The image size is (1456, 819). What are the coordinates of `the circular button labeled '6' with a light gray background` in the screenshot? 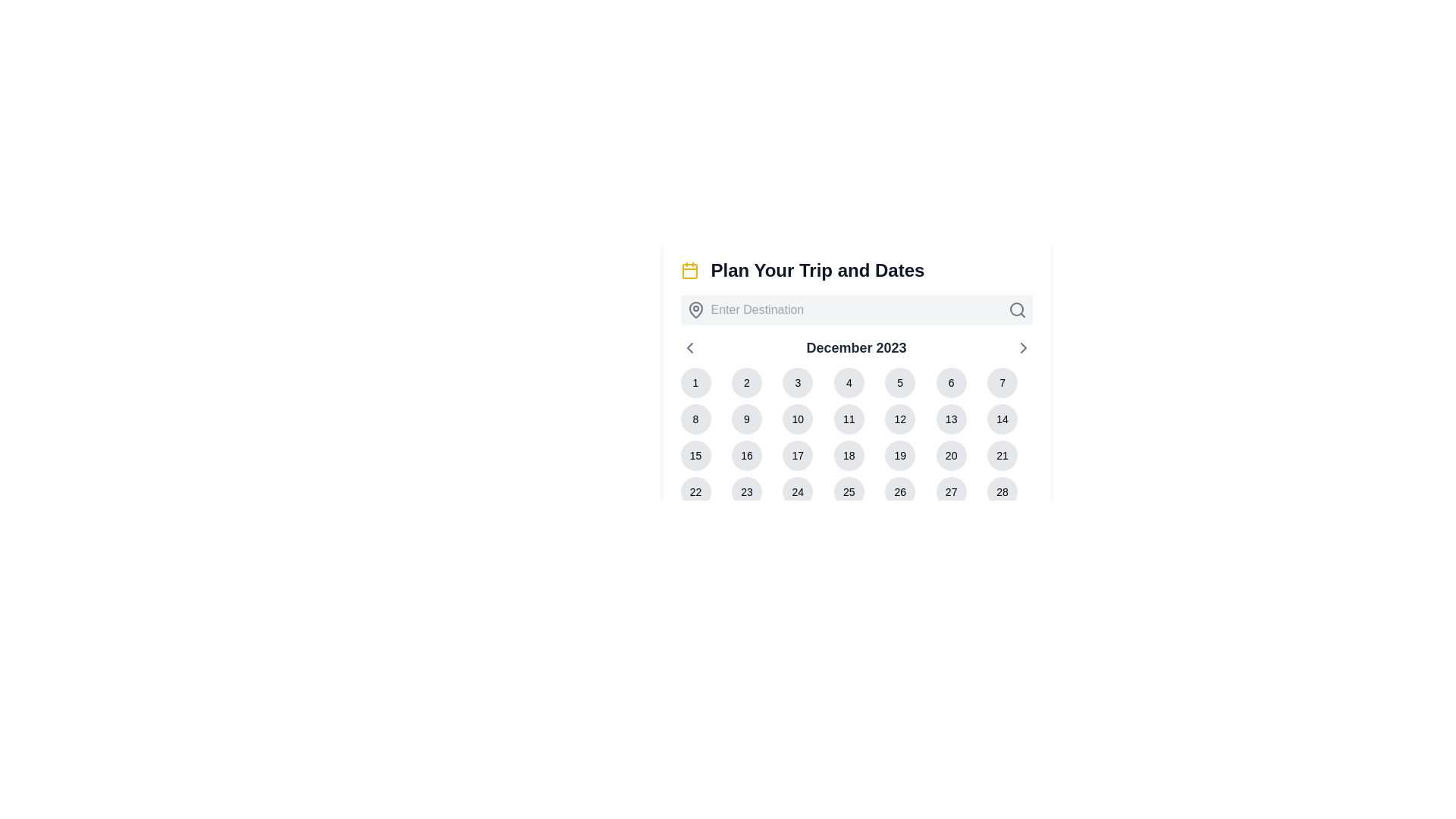 It's located at (950, 382).